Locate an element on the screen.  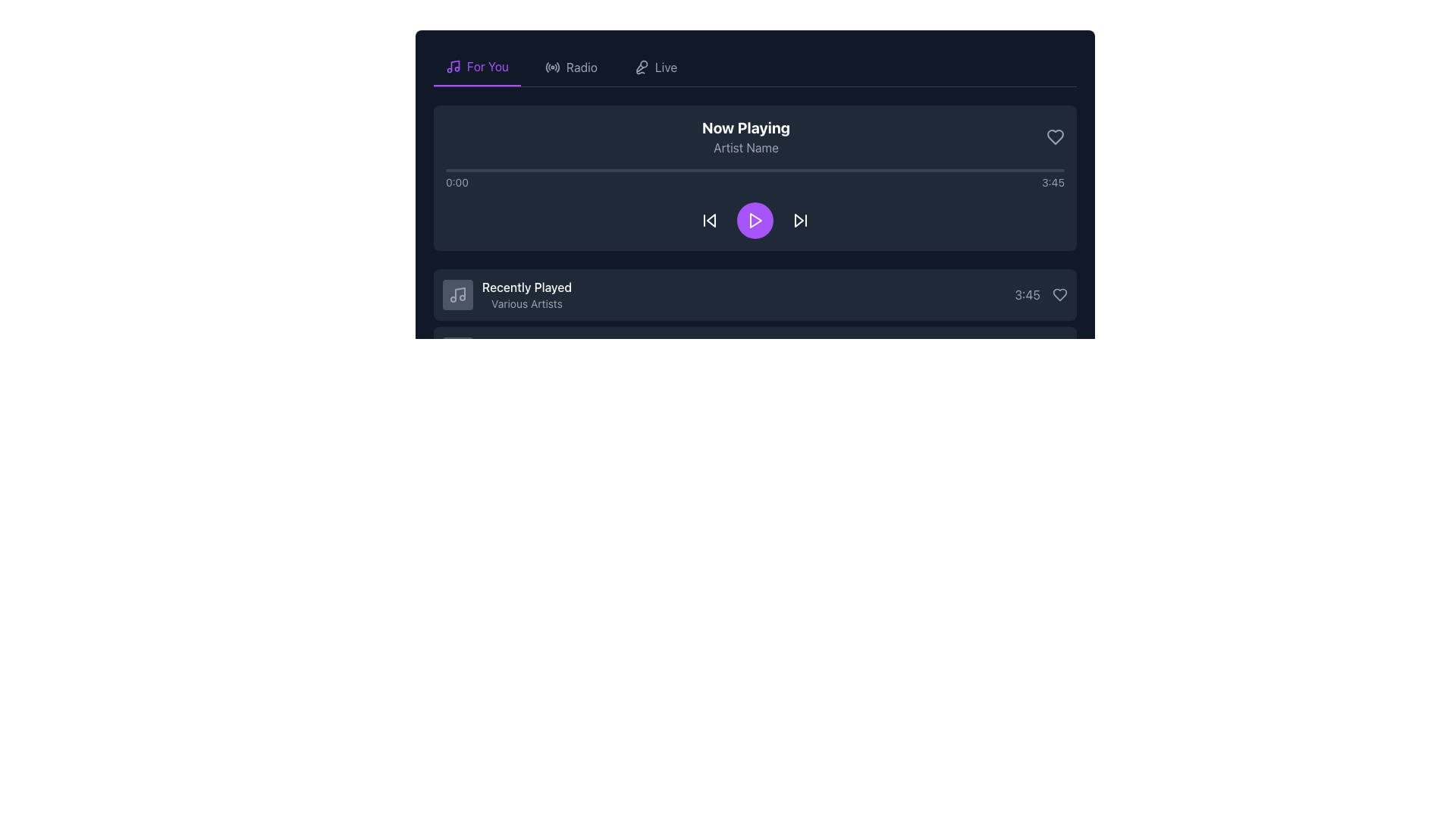
the progress bar located below the 'Now Playing' section and above the playback controls, which visually represents the progression of playback for media content is located at coordinates (755, 170).